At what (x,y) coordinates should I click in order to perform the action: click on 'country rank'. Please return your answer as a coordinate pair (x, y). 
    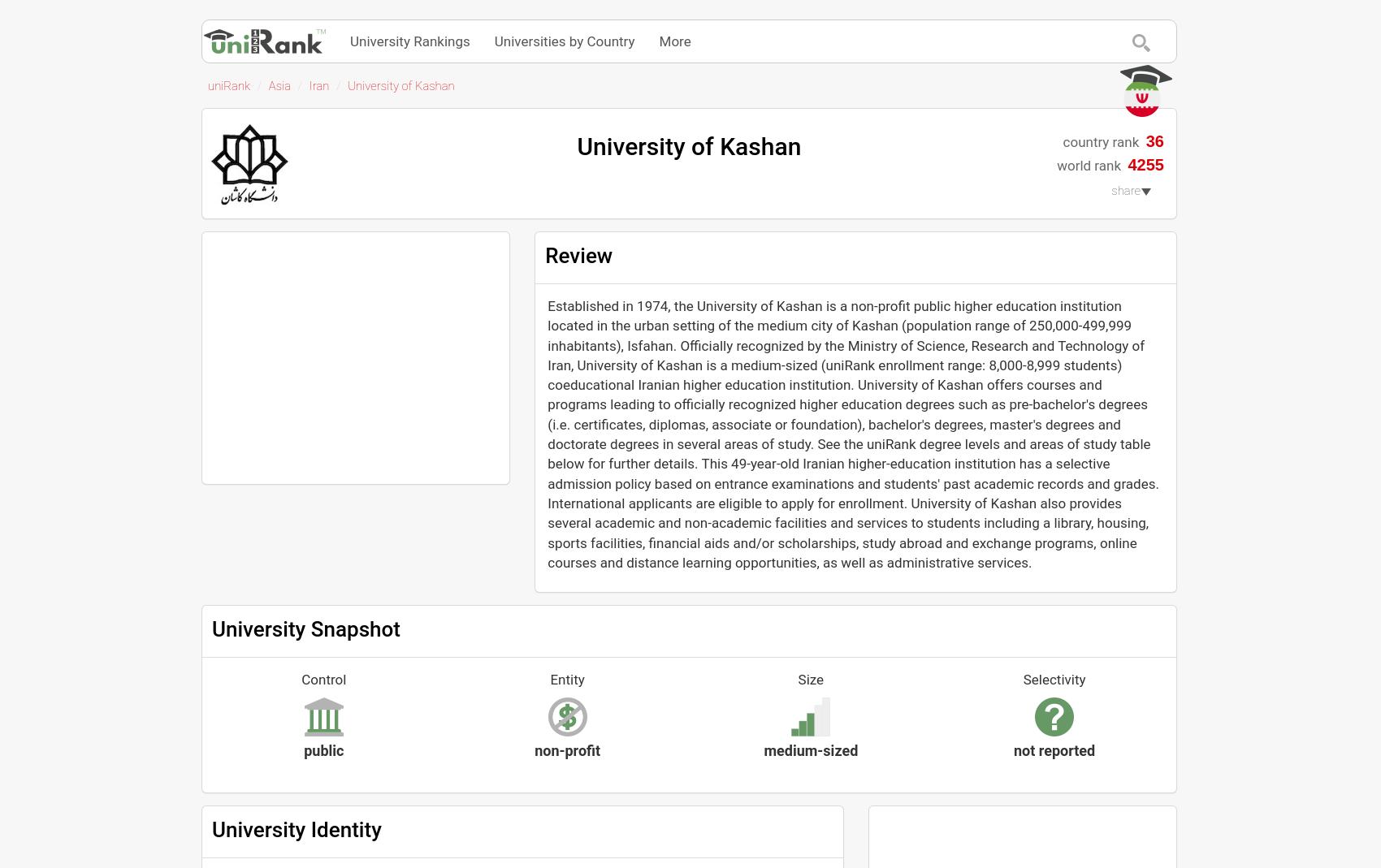
    Looking at the image, I should click on (1103, 141).